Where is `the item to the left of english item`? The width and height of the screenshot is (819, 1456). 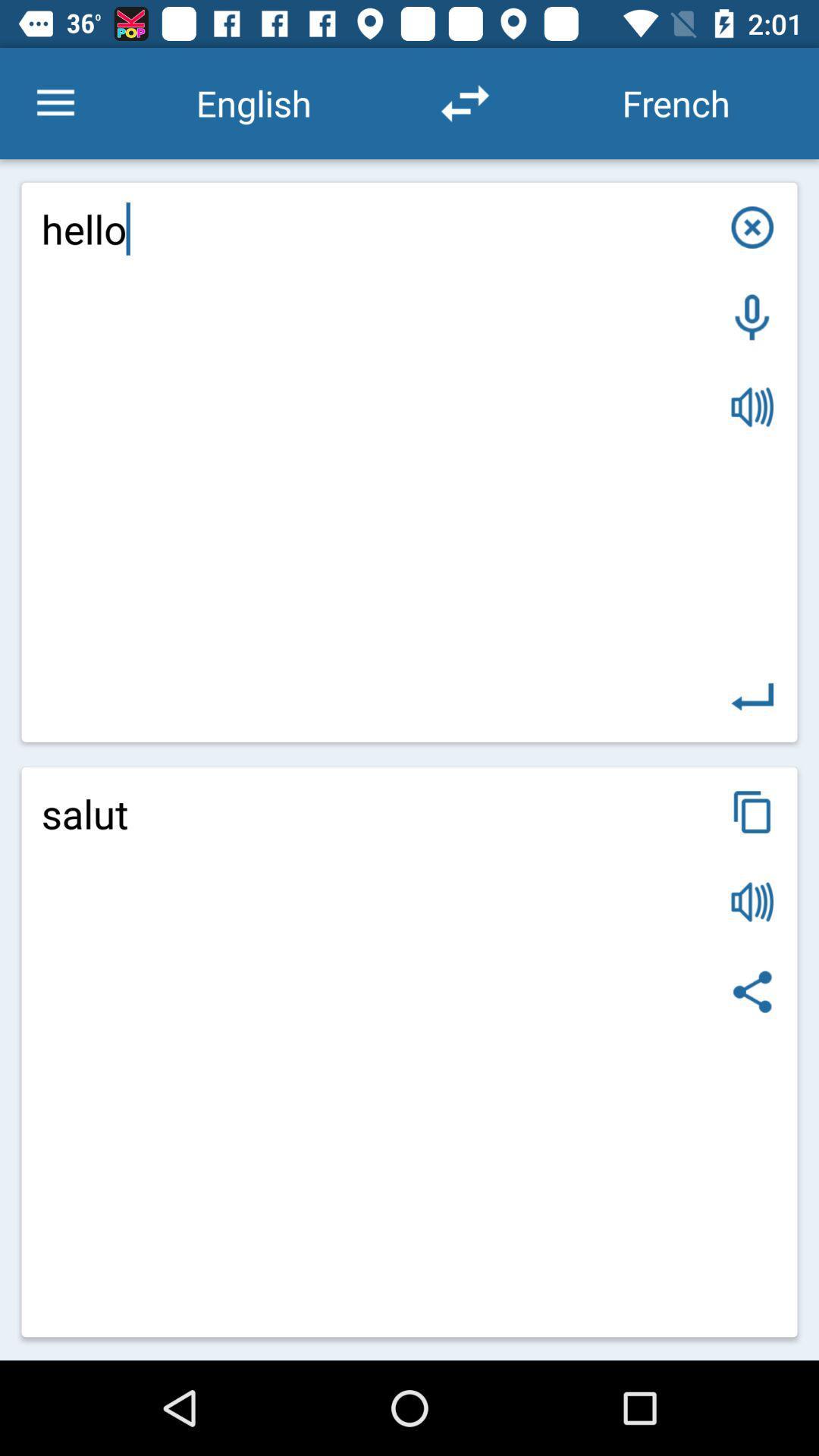 the item to the left of english item is located at coordinates (55, 102).